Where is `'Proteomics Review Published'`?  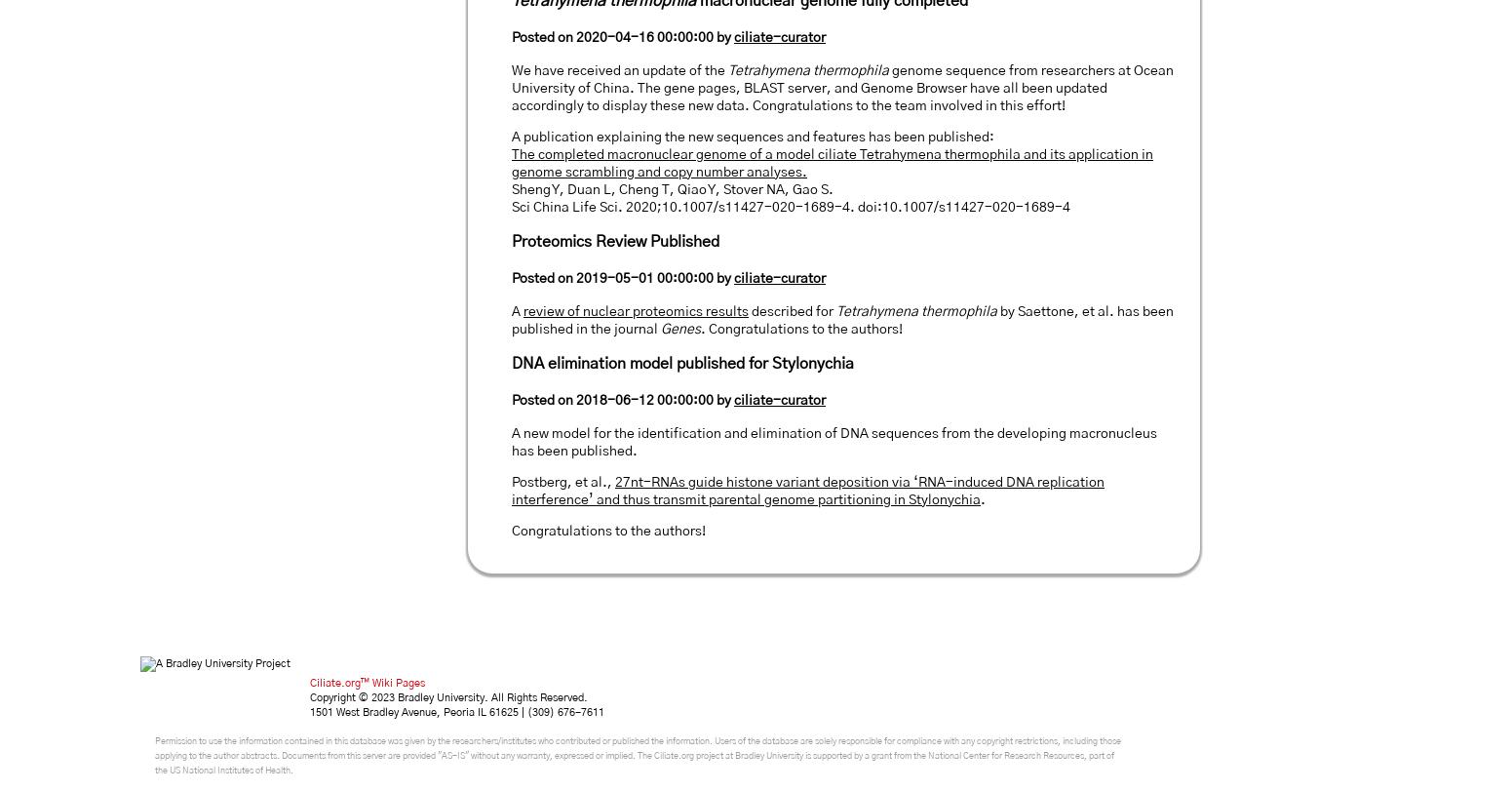 'Proteomics Review Published' is located at coordinates (614, 242).